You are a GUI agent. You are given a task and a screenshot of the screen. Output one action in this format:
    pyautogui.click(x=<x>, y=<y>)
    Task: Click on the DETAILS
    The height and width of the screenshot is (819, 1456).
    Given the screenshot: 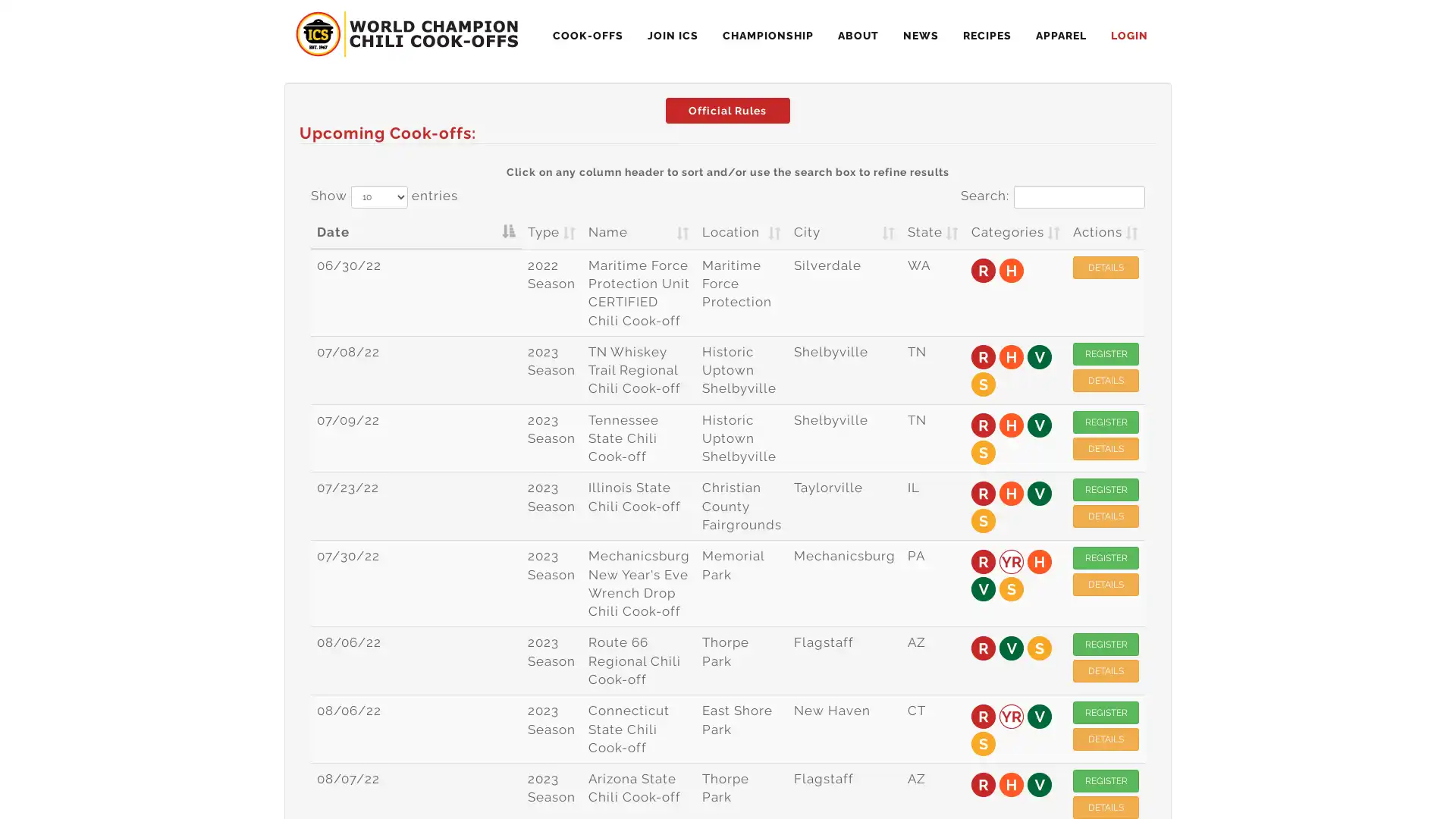 What is the action you would take?
    pyautogui.click(x=1106, y=516)
    